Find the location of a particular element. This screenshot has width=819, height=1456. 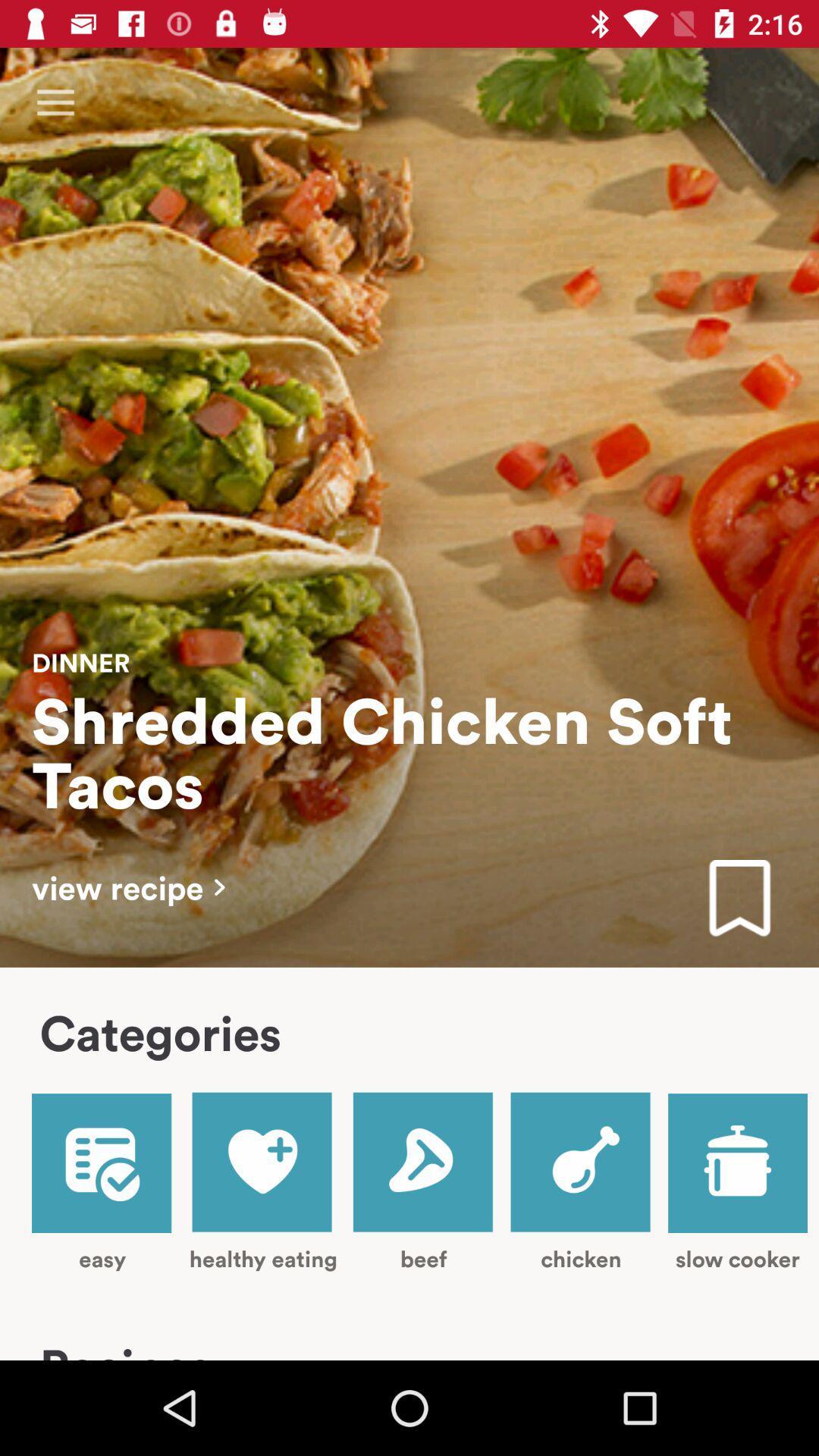

the bookmark icon is located at coordinates (739, 899).